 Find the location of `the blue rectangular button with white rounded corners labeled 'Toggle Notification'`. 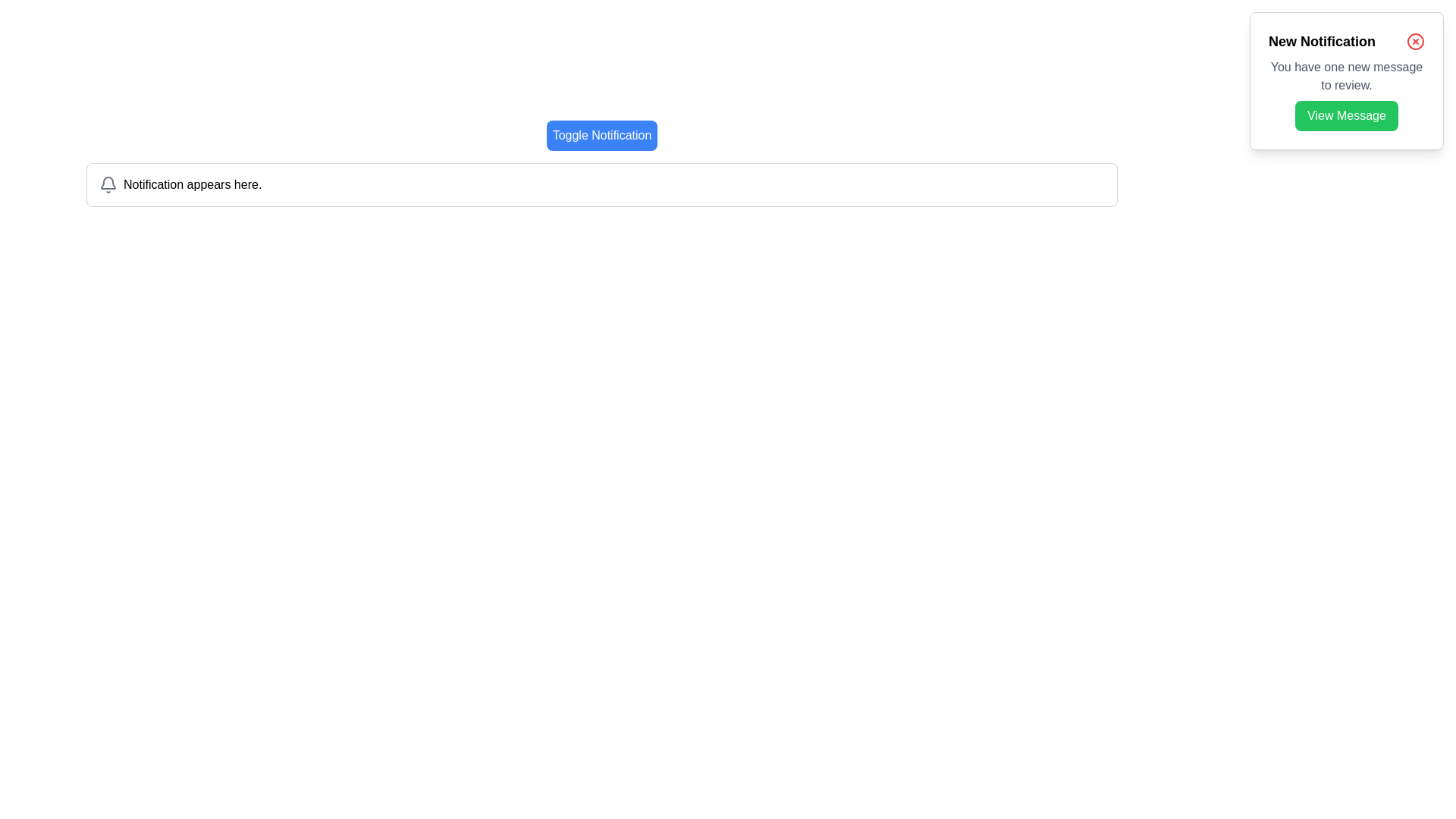

the blue rectangular button with white rounded corners labeled 'Toggle Notification' is located at coordinates (601, 134).